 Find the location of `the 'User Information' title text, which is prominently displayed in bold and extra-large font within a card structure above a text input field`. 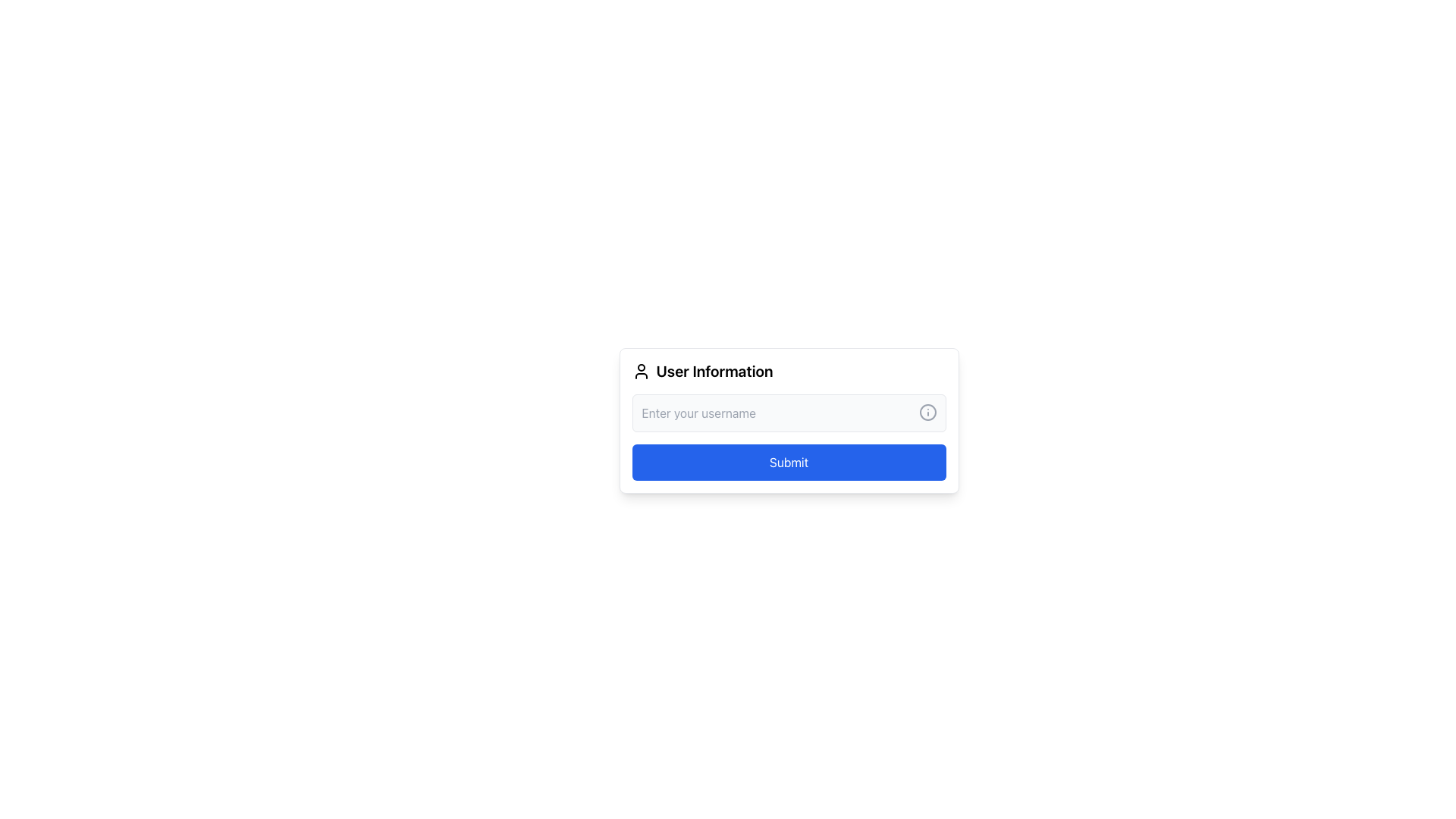

the 'User Information' title text, which is prominently displayed in bold and extra-large font within a card structure above a text input field is located at coordinates (714, 371).